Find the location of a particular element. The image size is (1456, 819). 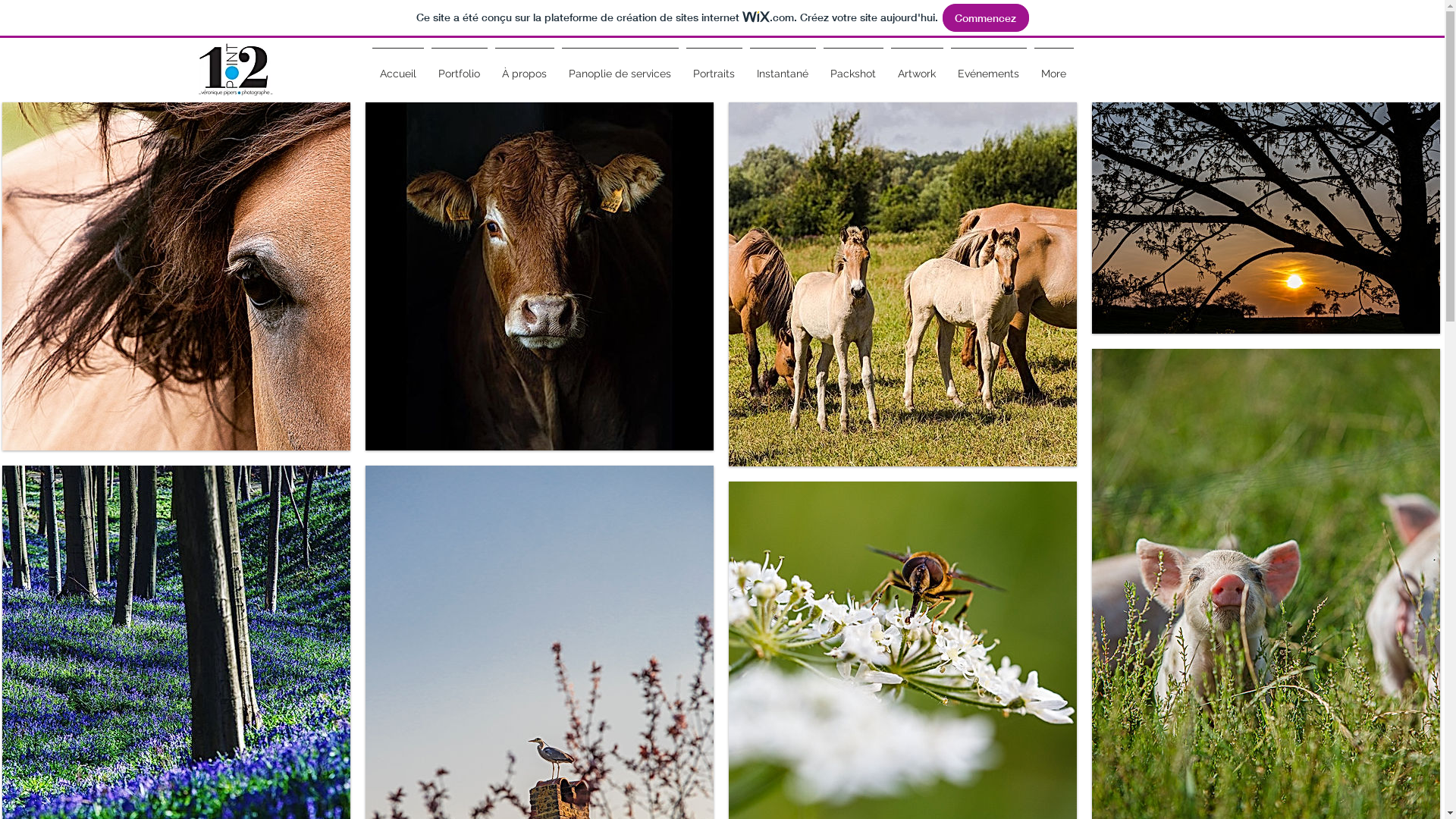

'Panoplie de services' is located at coordinates (620, 66).